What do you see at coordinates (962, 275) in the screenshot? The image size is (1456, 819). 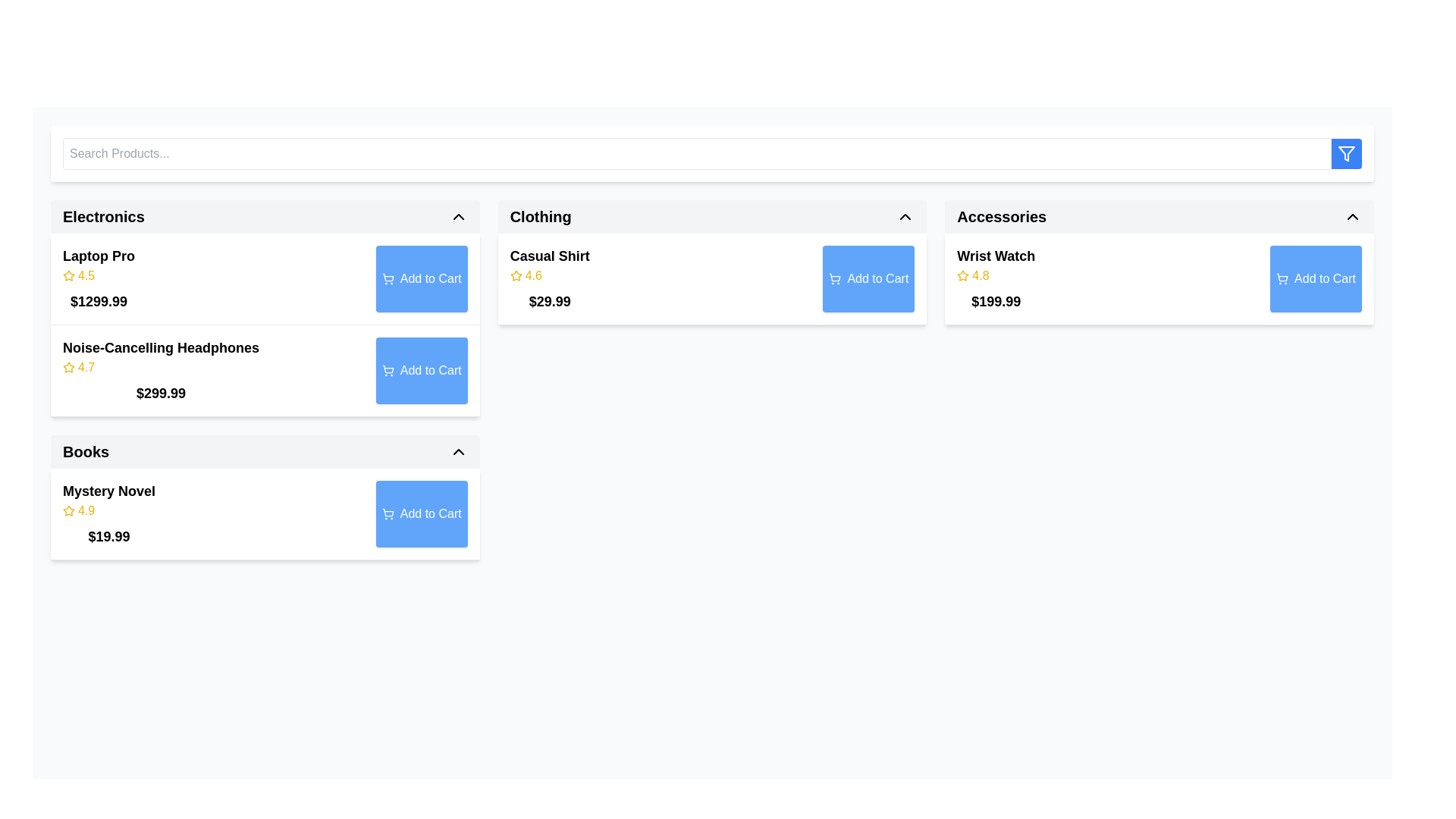 I see `the yellow star icon located next to the rating number '4.8' for the 'Wrist Watch' product in the 'Accessories' section` at bounding box center [962, 275].